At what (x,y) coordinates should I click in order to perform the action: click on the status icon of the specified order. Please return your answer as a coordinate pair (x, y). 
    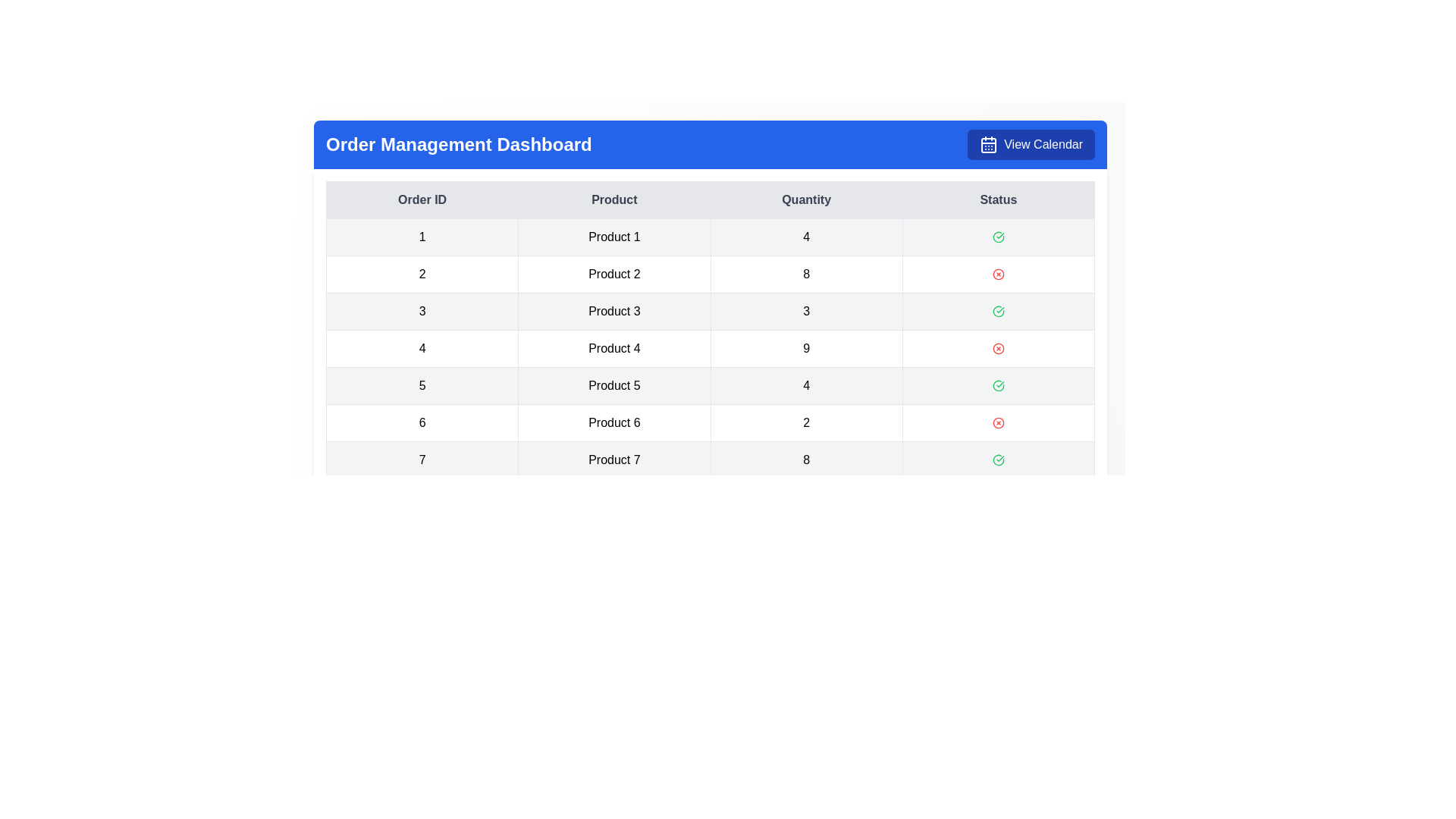
    Looking at the image, I should click on (998, 237).